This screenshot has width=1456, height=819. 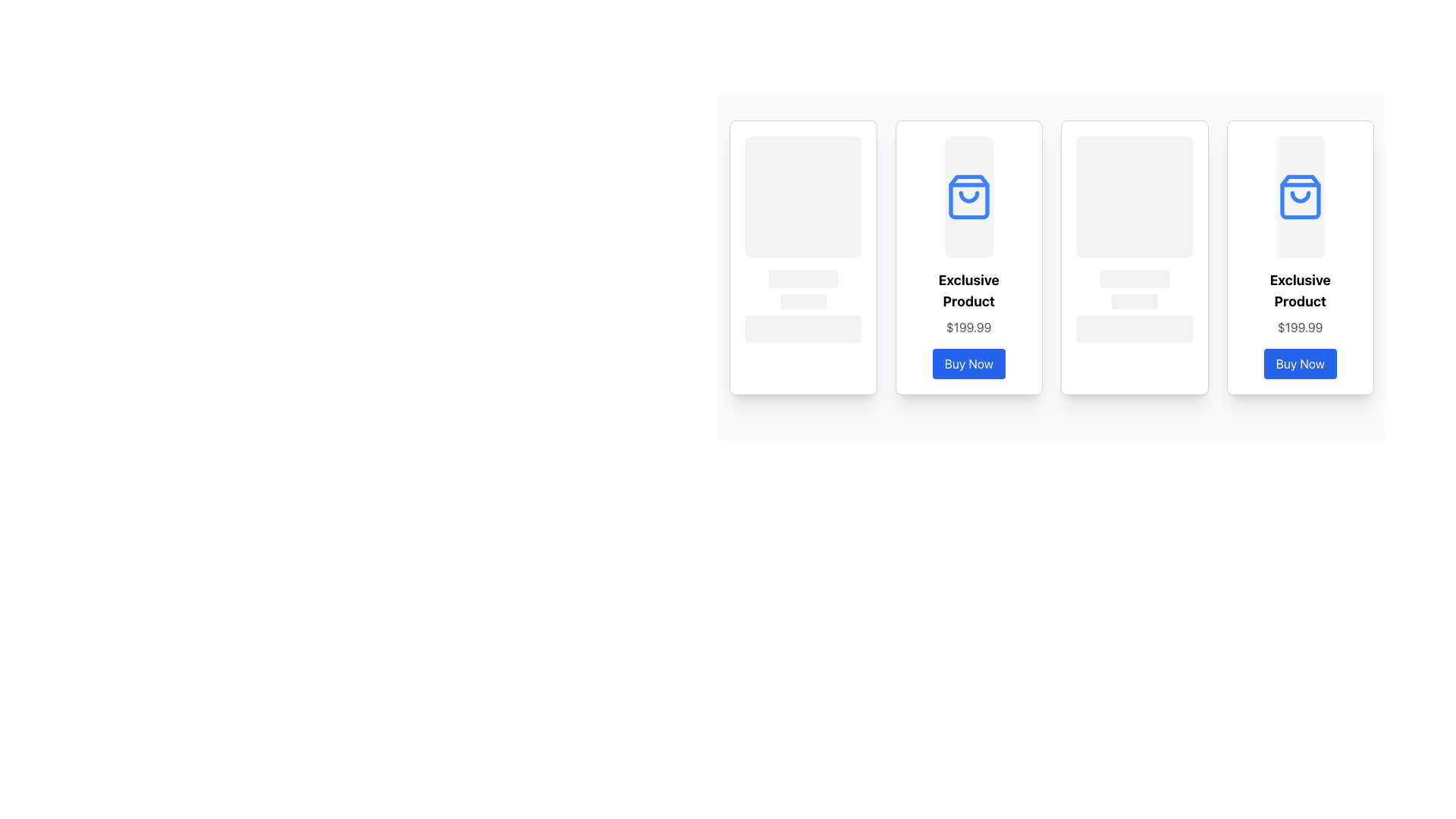 What do you see at coordinates (1299, 363) in the screenshot?
I see `the 'Buy Now' button with a blue background and white text` at bounding box center [1299, 363].